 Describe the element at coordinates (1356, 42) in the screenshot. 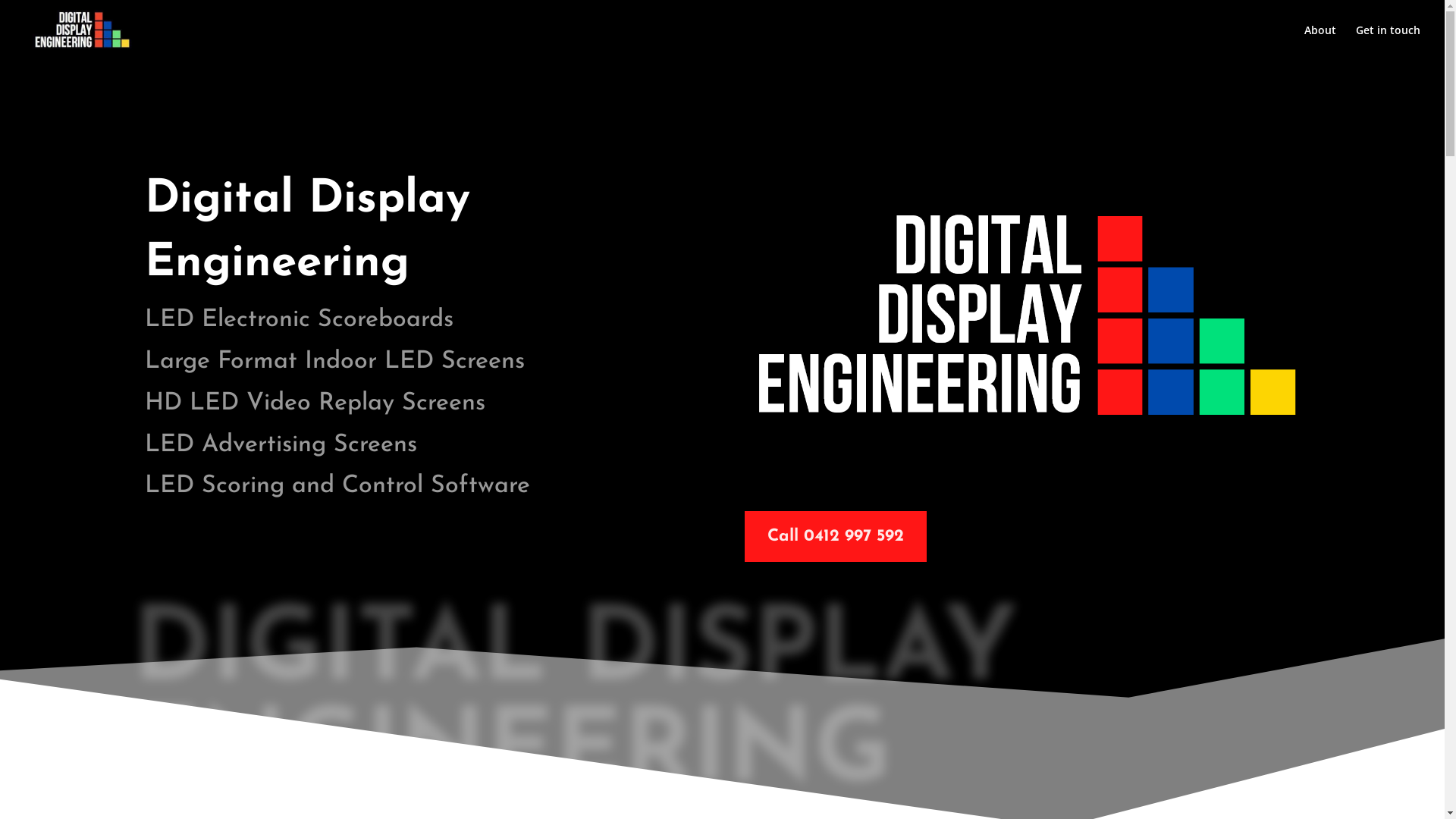

I see `'Get in touch'` at that location.